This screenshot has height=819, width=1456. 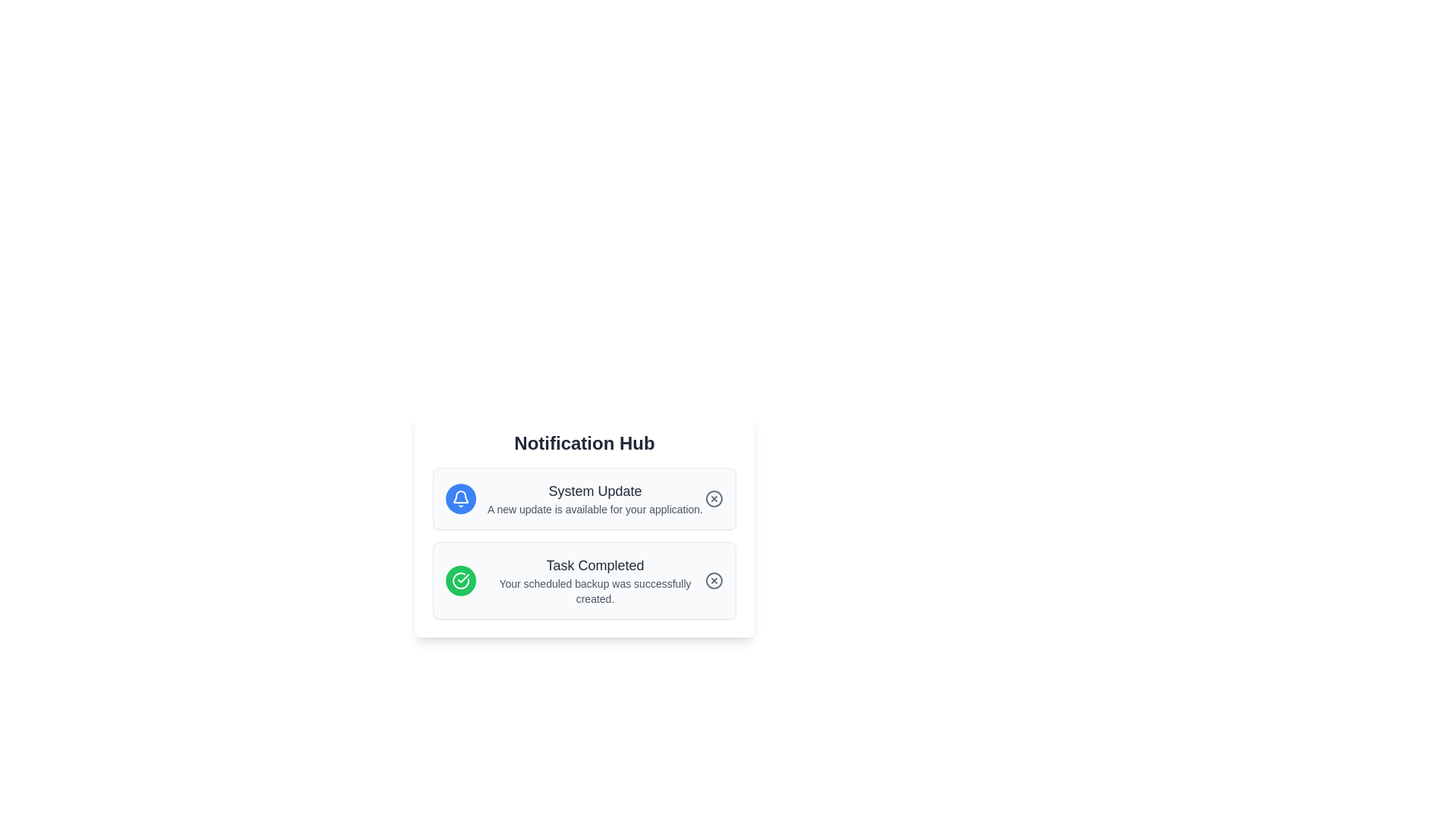 I want to click on text label that informs the user about the successful completion of a scheduled backup task, located beneath the 'Task Completed' headline in the notification card, so click(x=595, y=590).